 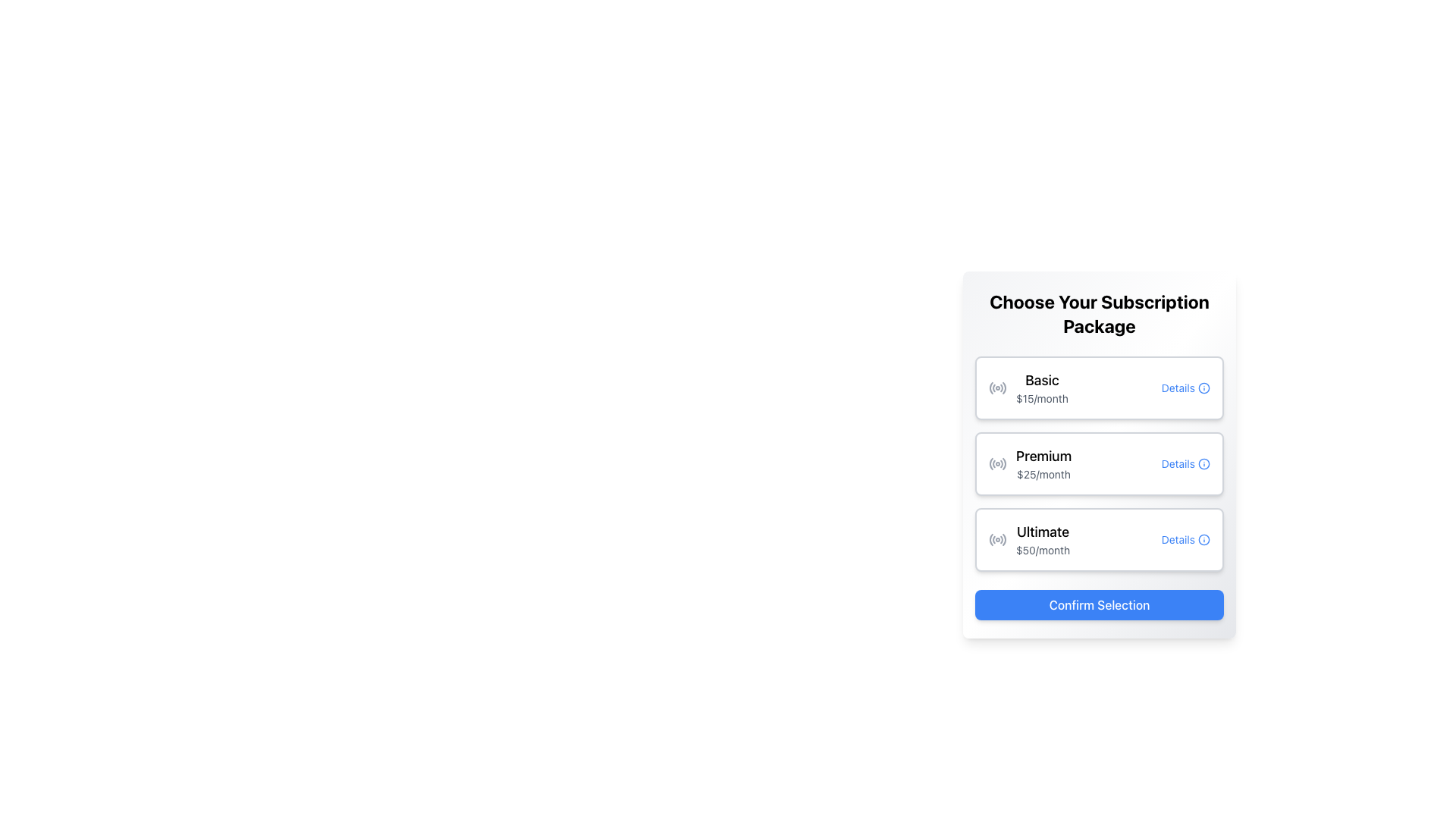 I want to click on text from the 'Ultimate' subscription package label, which displays 'Ultimate' in bold and '$50/month' in smaller text, located at the bottom of the three-tier selection list in the panel titled 'Choose Your Subscription Package.', so click(x=1042, y=539).